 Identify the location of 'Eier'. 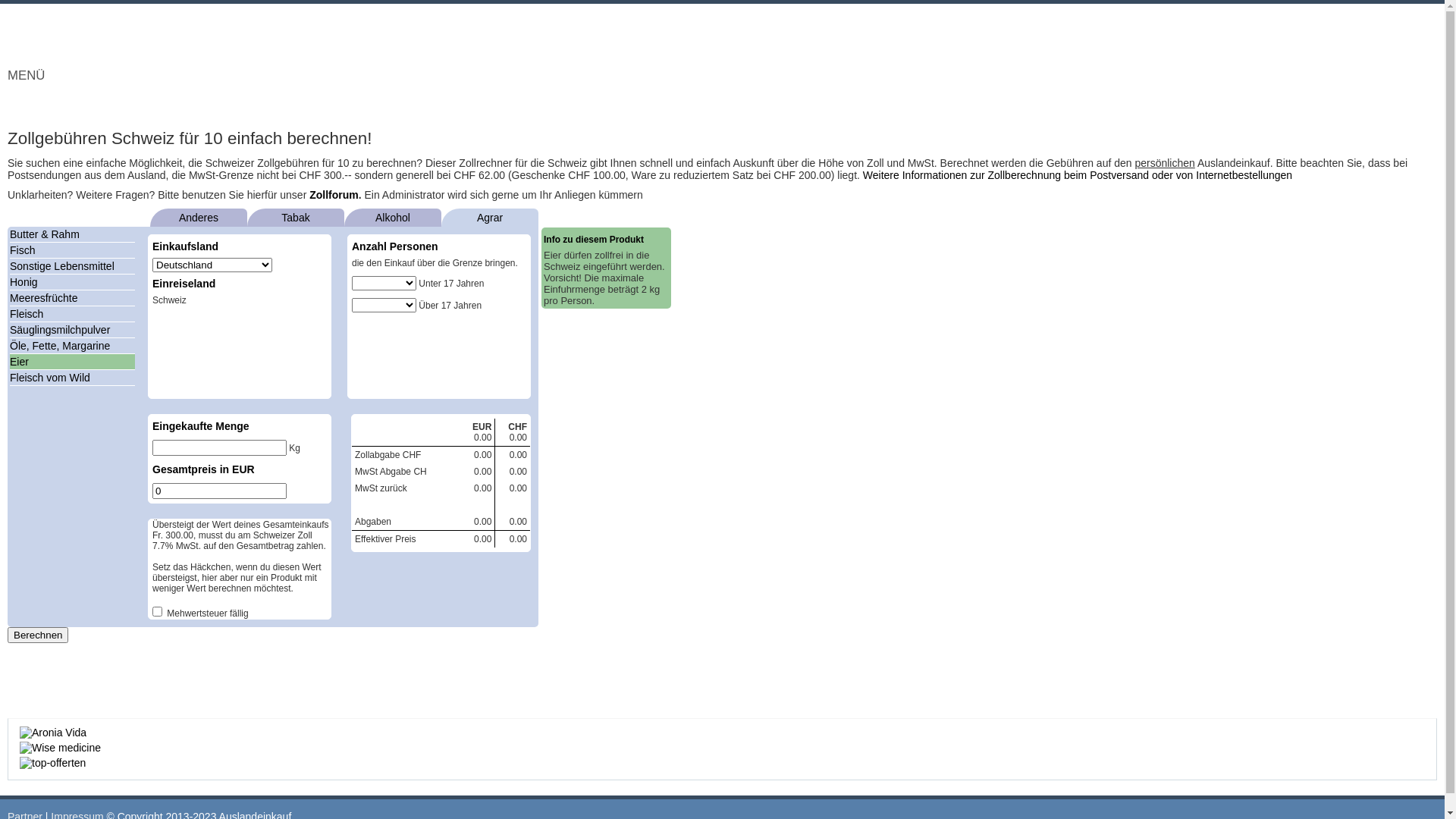
(19, 362).